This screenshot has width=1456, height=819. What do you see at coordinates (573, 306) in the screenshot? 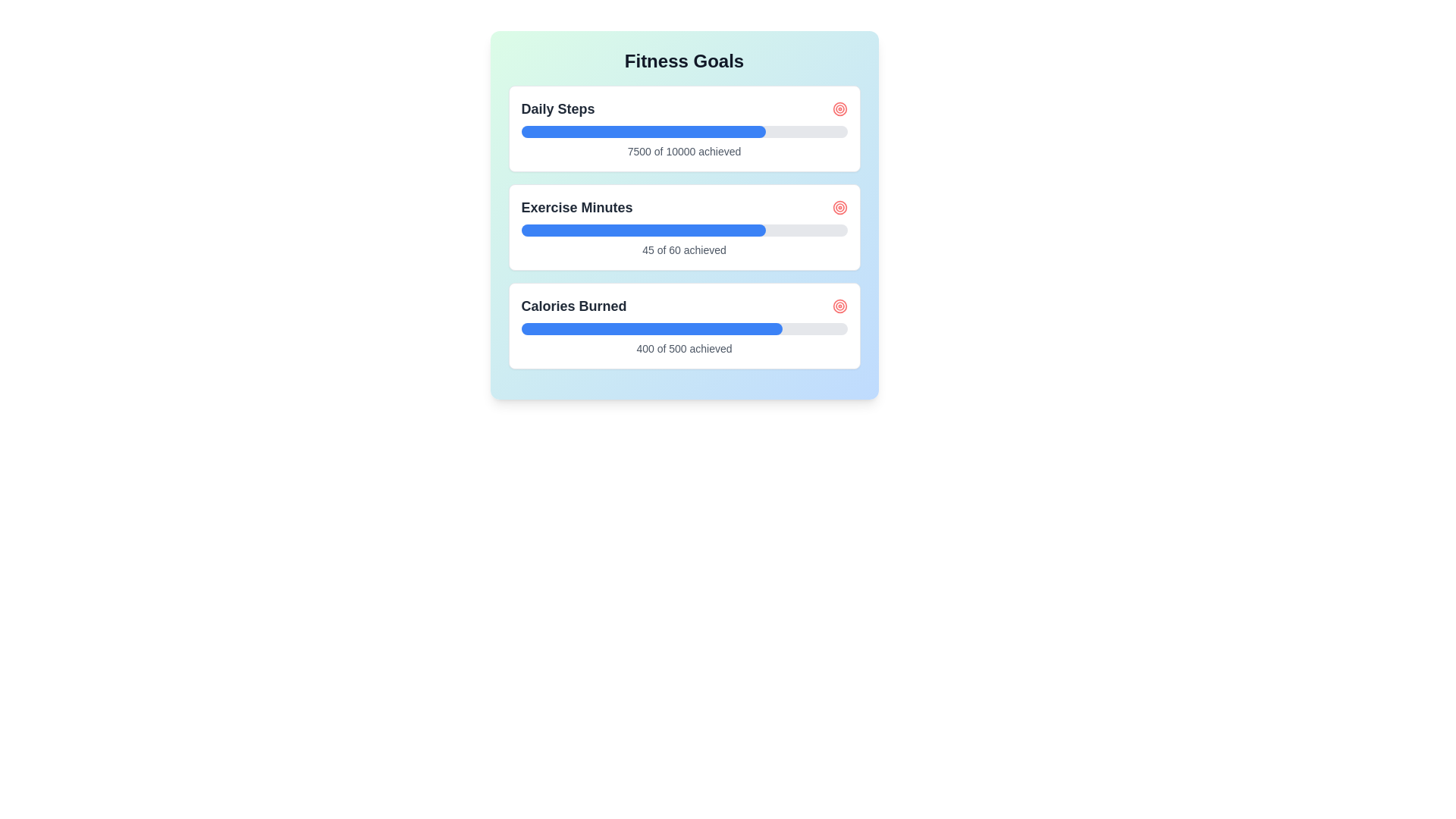
I see `the 'Calories Burned' text label, which serves as a title for the section, located in the third section of a vertically stacked layout aligned to the left-hand side` at bounding box center [573, 306].